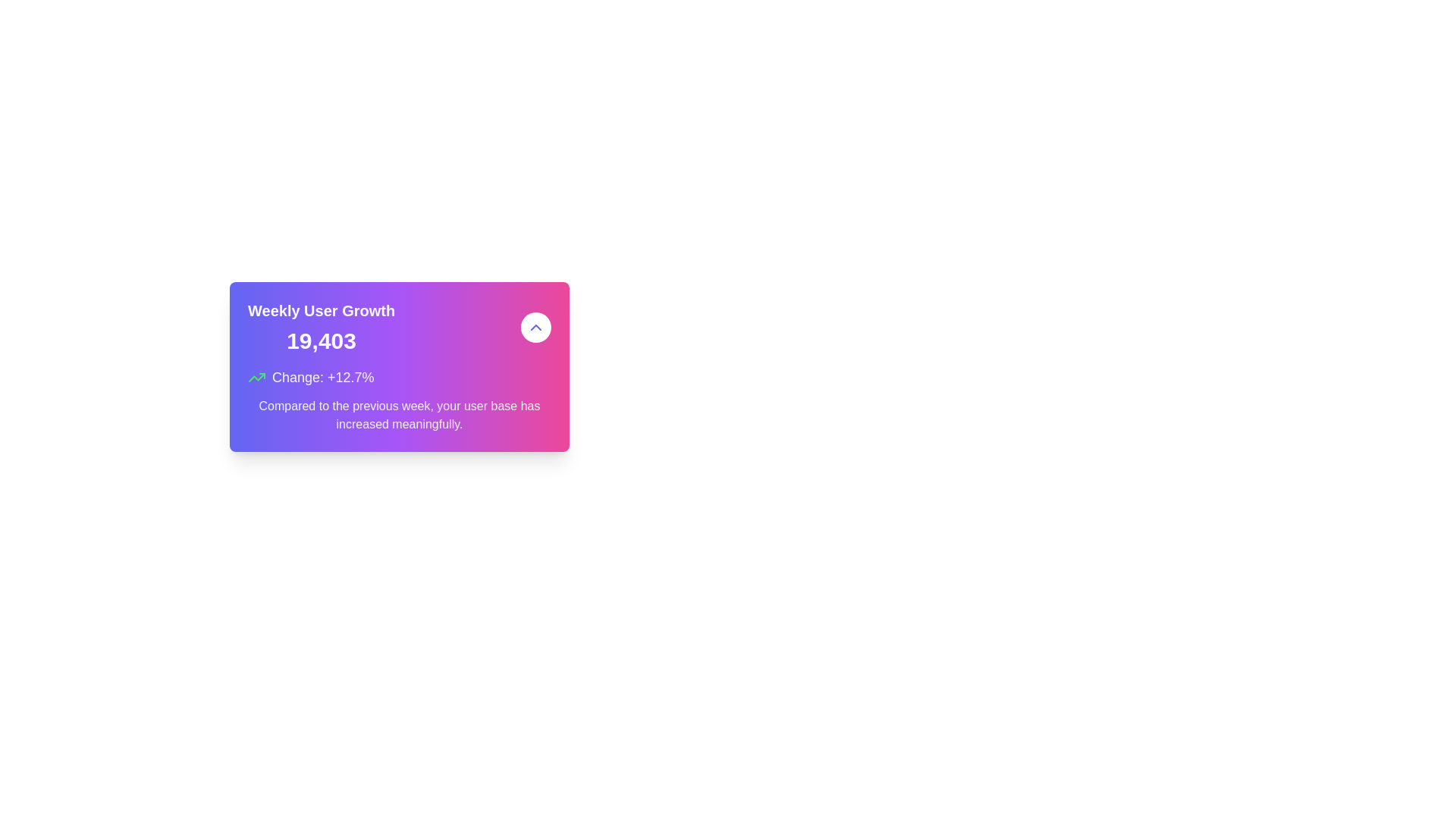 The image size is (1456, 819). What do you see at coordinates (322, 376) in the screenshot?
I see `the Text Label that displays 'Change: +12.7%' in bold white font, located centrally within the card above the descriptive text` at bounding box center [322, 376].